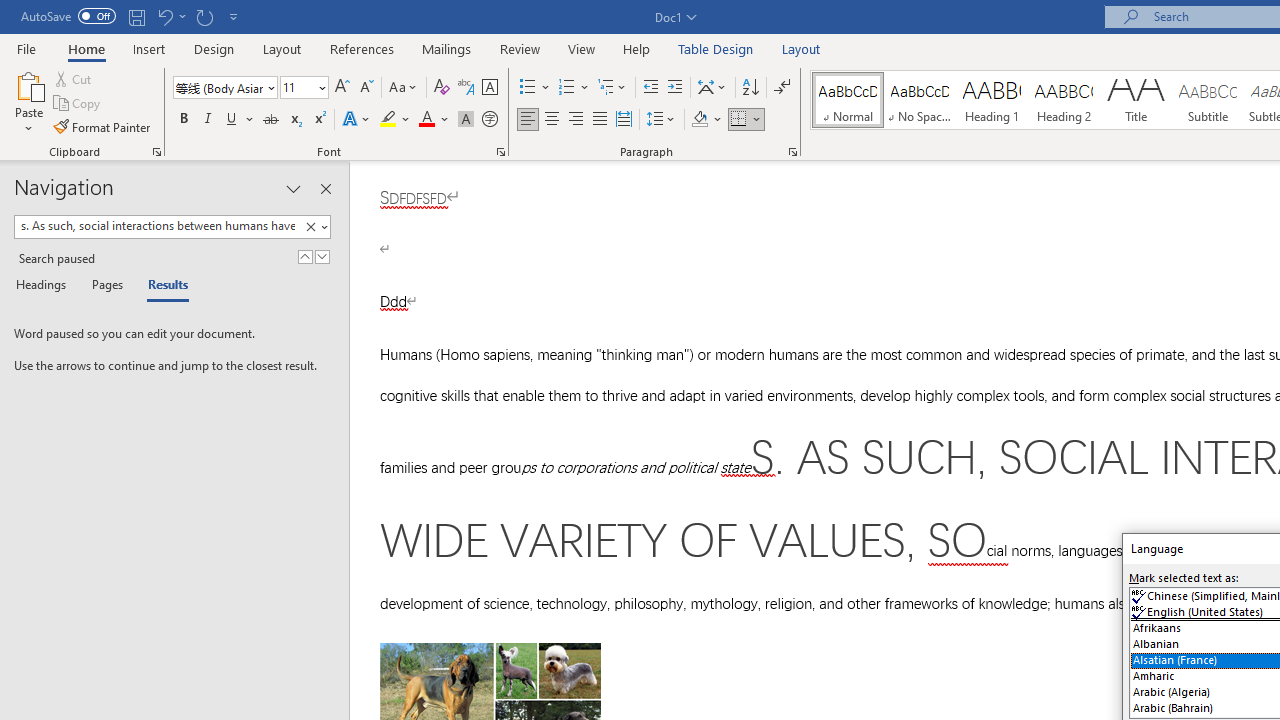 This screenshot has height=720, width=1280. I want to click on 'Design', so click(214, 48).